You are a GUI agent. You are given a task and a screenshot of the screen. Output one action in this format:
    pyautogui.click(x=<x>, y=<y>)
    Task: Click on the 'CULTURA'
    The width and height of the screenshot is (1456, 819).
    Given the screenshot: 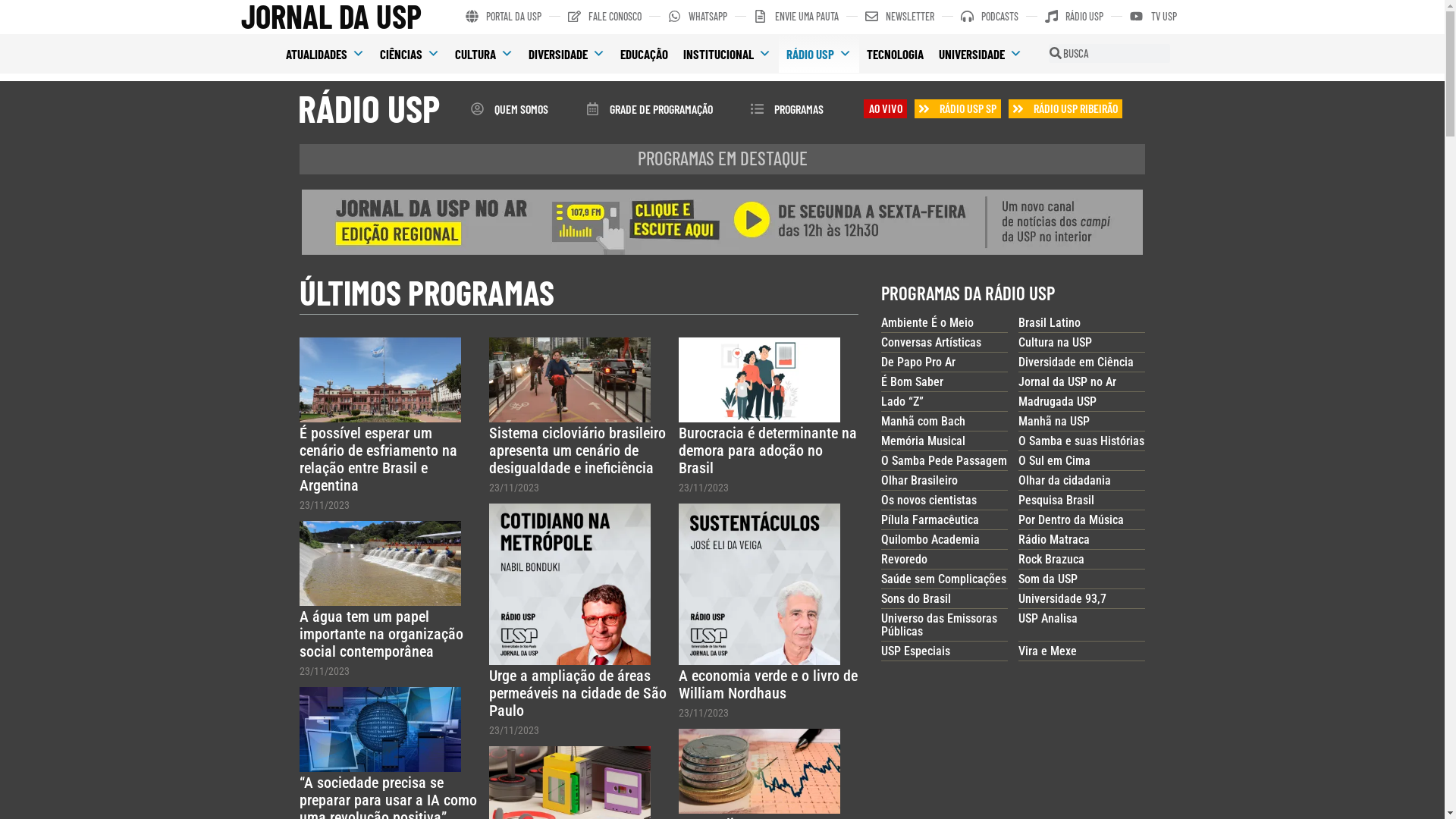 What is the action you would take?
    pyautogui.click(x=483, y=52)
    